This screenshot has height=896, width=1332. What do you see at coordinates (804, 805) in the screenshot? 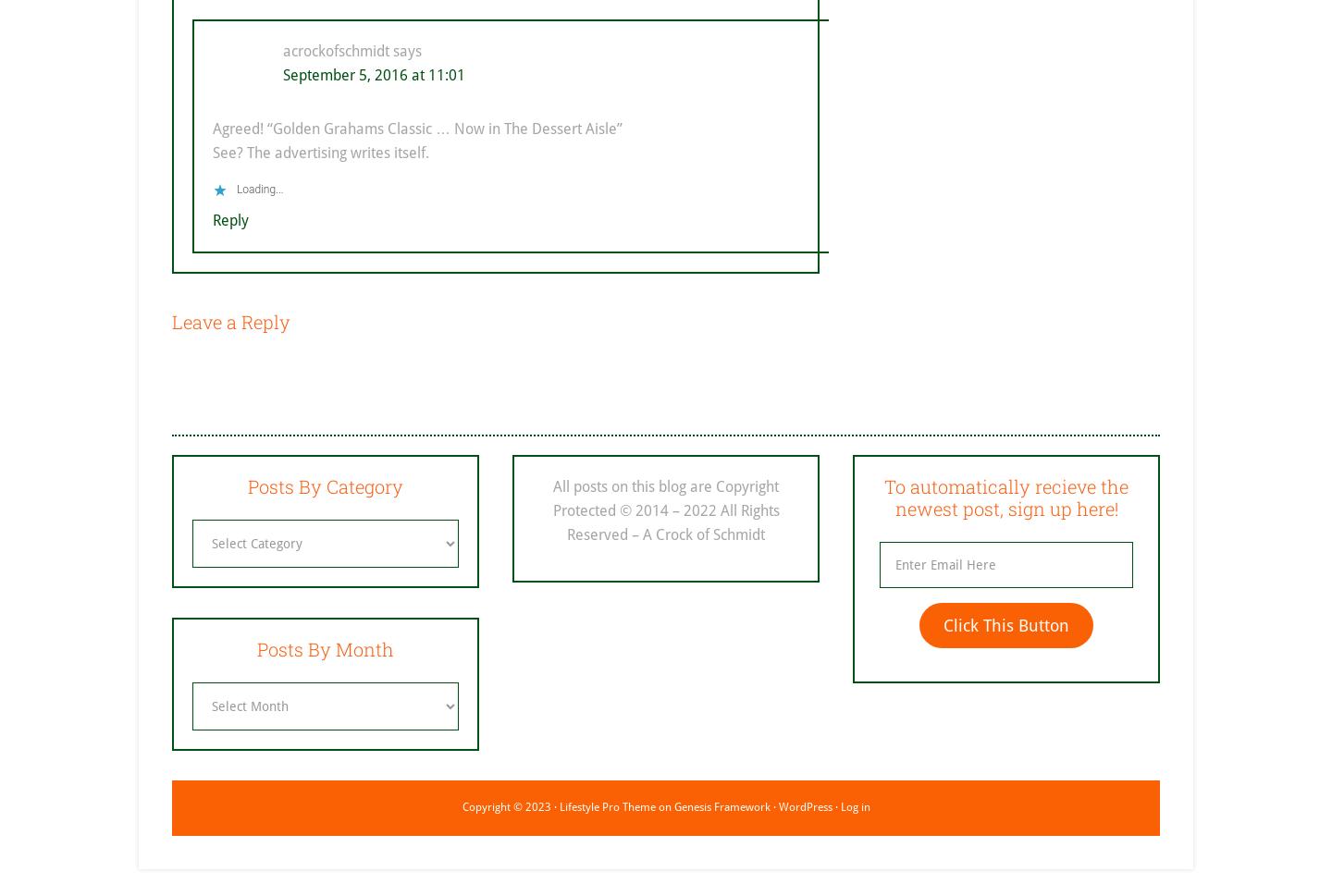
I see `'WordPress'` at bounding box center [804, 805].